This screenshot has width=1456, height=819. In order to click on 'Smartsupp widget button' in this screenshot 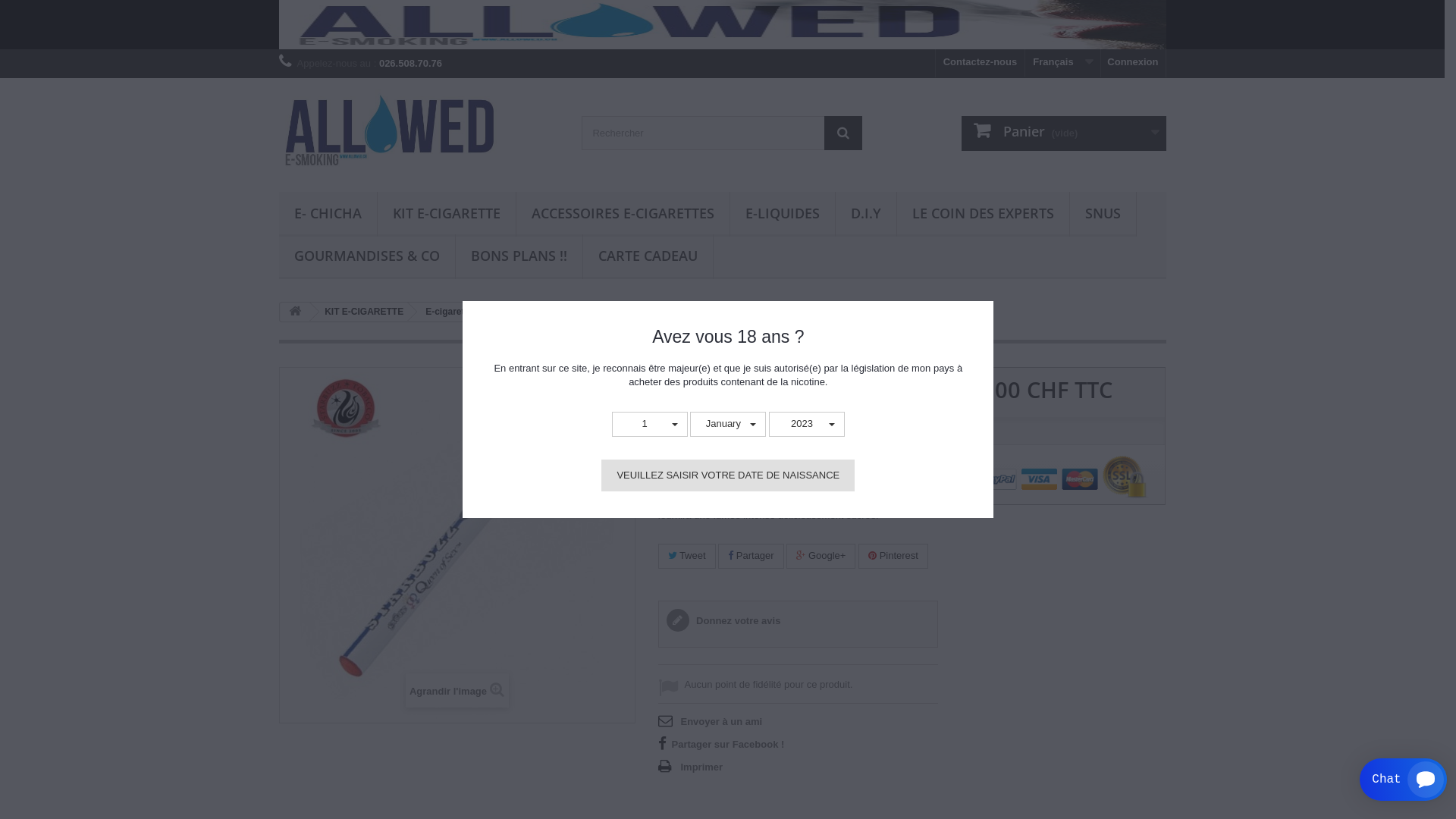, I will do `click(1360, 780)`.